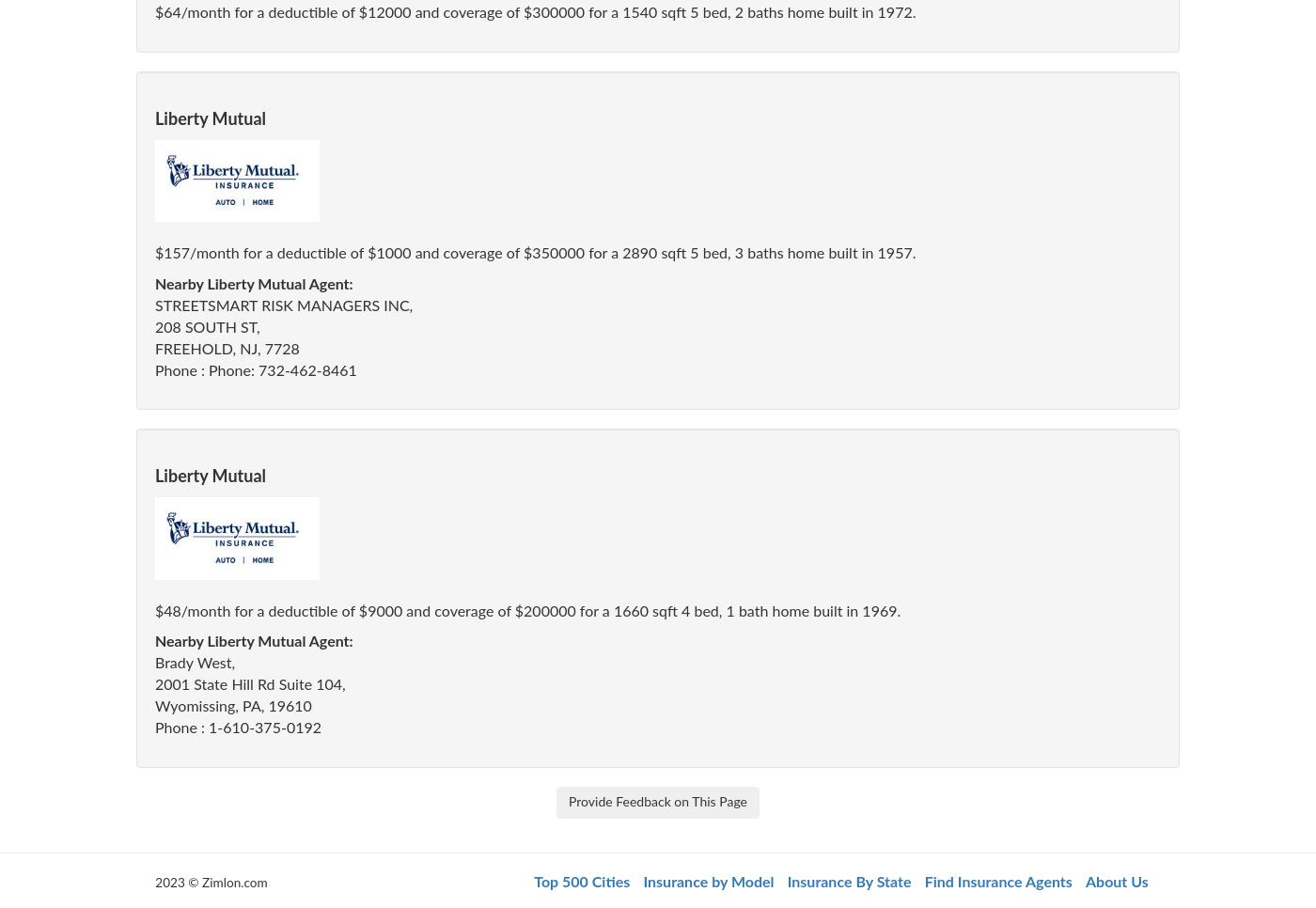  What do you see at coordinates (155, 882) in the screenshot?
I see `'2023 © Zimlon.com'` at bounding box center [155, 882].